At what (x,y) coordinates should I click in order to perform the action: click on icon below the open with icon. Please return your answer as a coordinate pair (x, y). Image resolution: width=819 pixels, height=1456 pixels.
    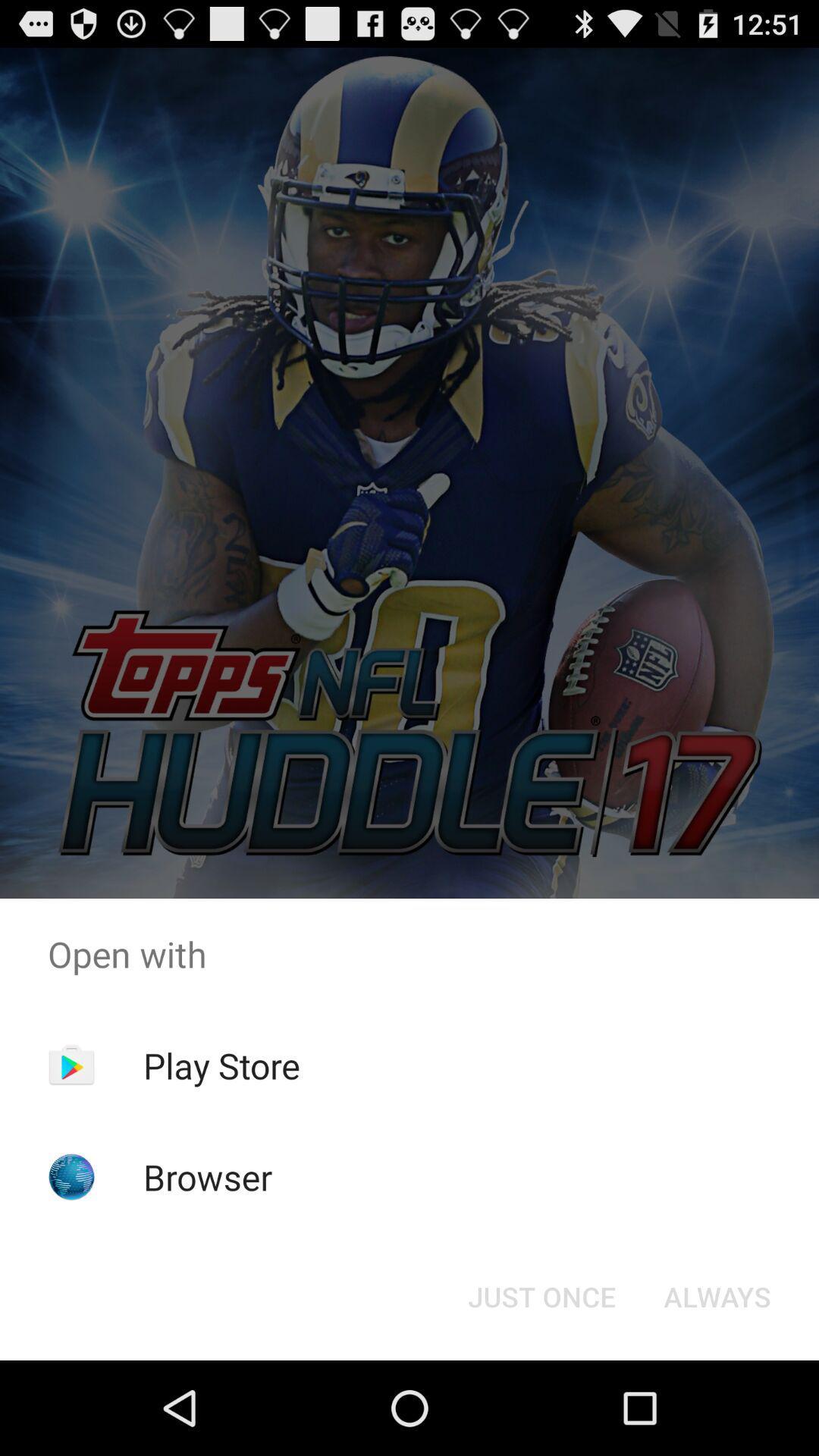
    Looking at the image, I should click on (717, 1295).